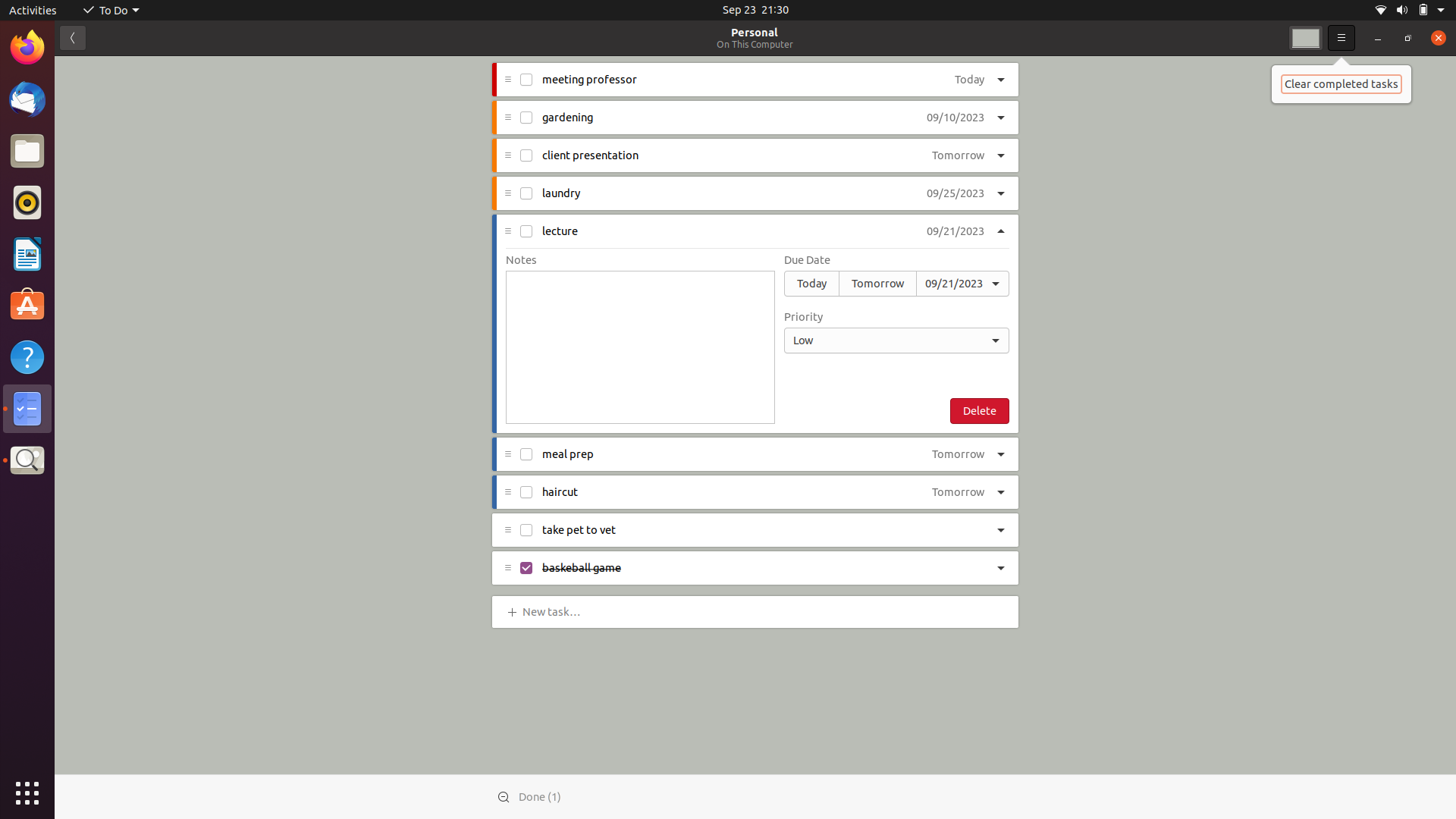 This screenshot has width=1456, height=819. I want to click on Mark "meal prep" task as completed, so click(526, 455).